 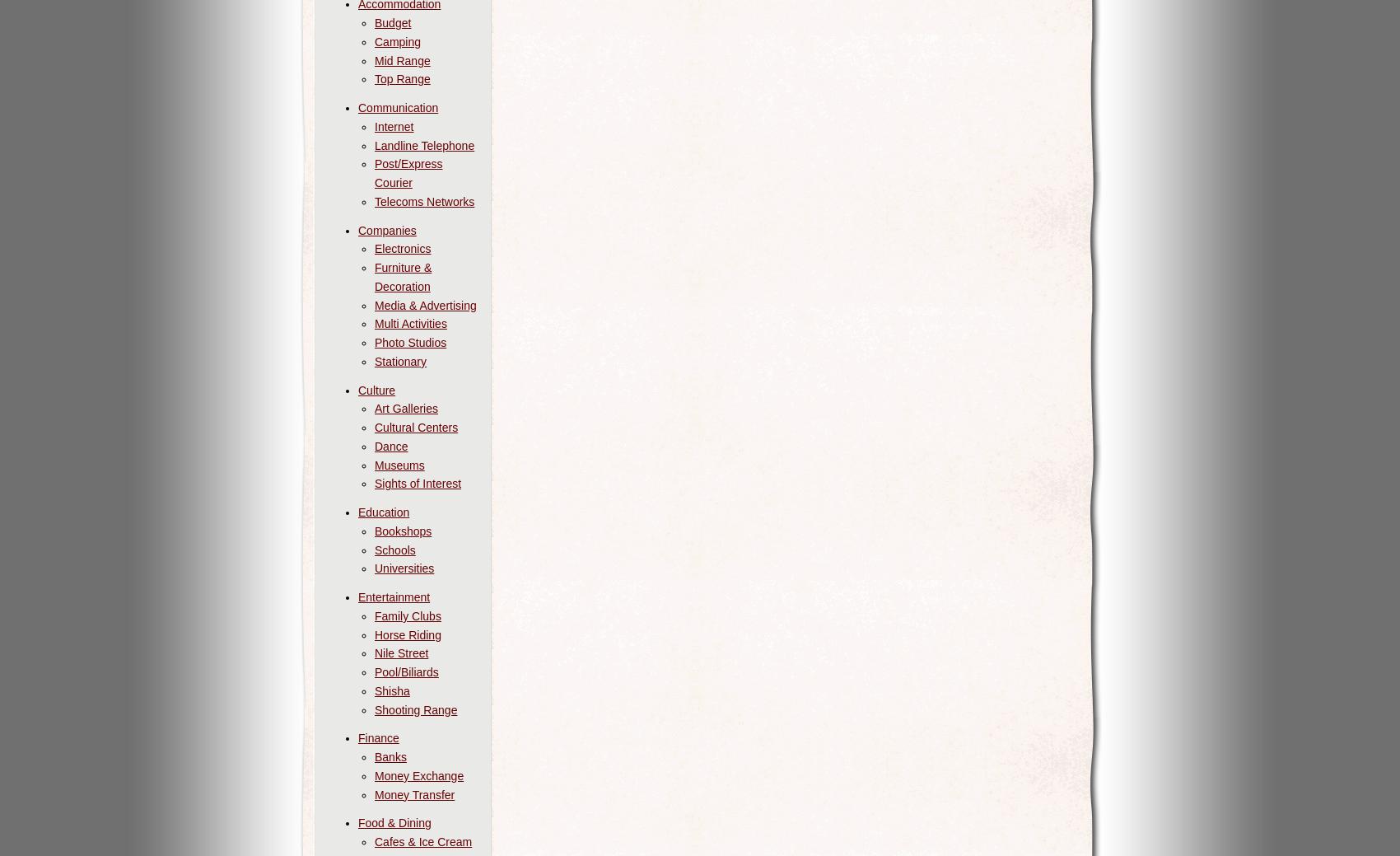 I want to click on 'Shisha', so click(x=392, y=689).